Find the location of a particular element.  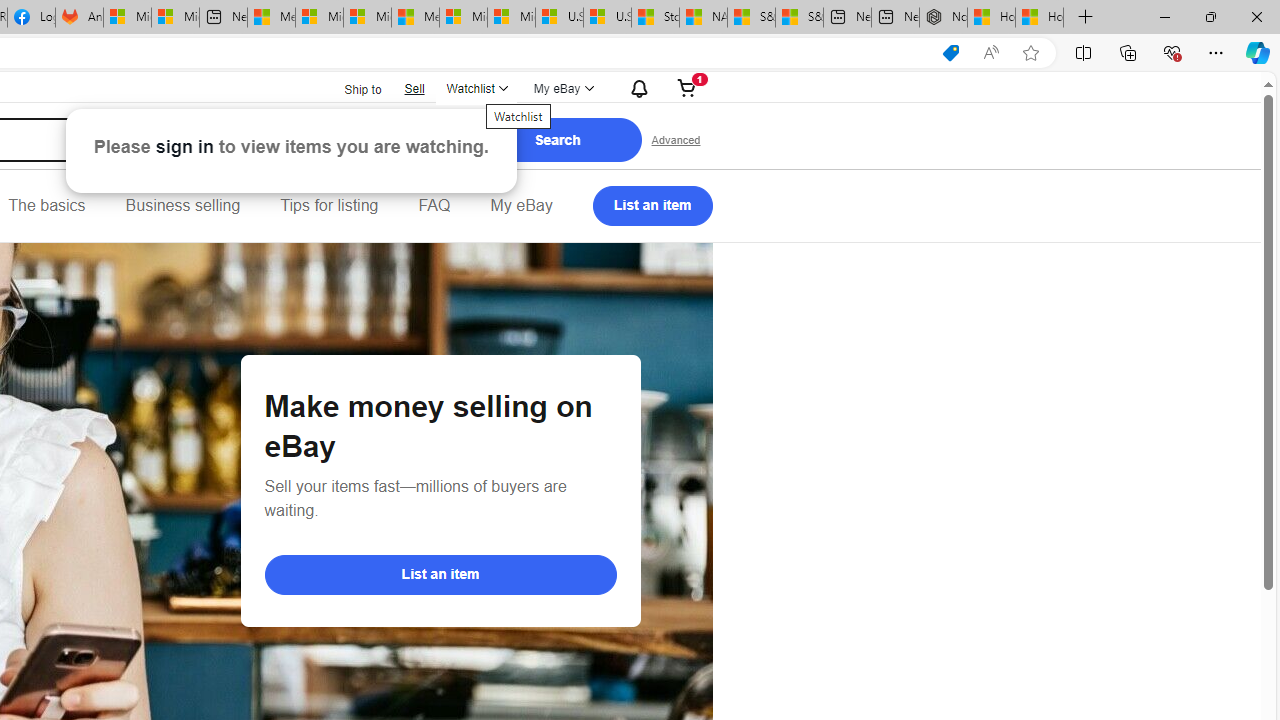

'This site has coupons! Shopping in Microsoft Edge' is located at coordinates (950, 52).